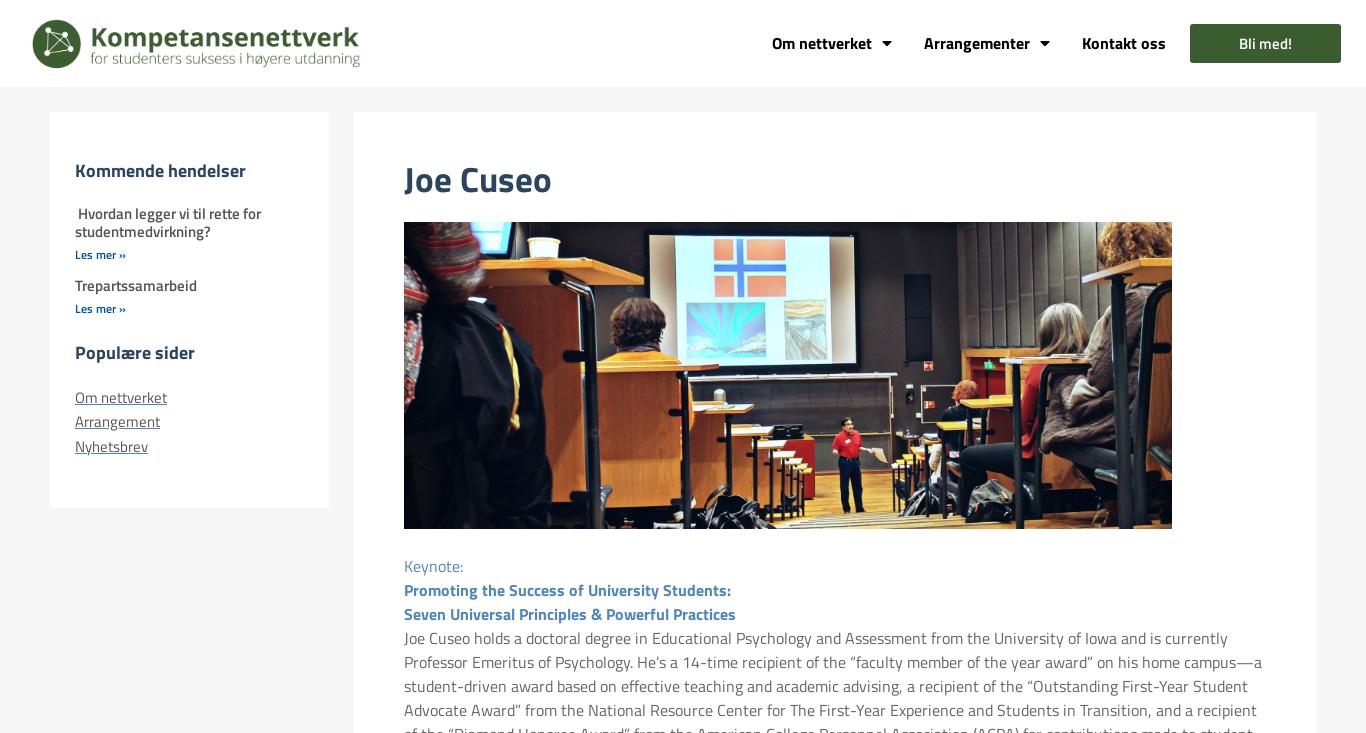 The image size is (1366, 733). I want to click on 'Arrangementer', so click(976, 42).